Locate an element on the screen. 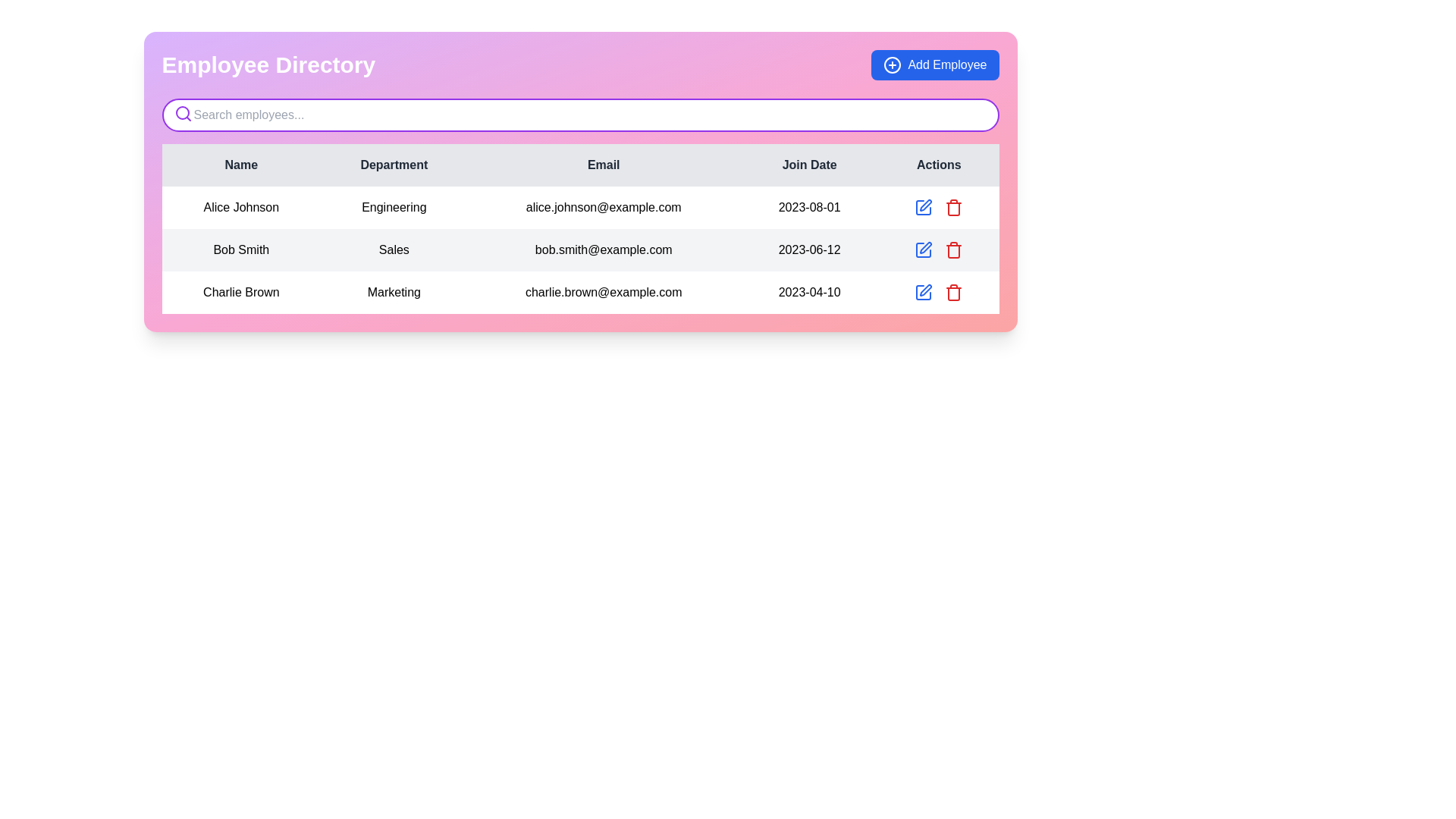 Image resolution: width=1456 pixels, height=819 pixels. the second column header in the table that represents the department, located between the 'Name' and 'Email' headers is located at coordinates (394, 165).